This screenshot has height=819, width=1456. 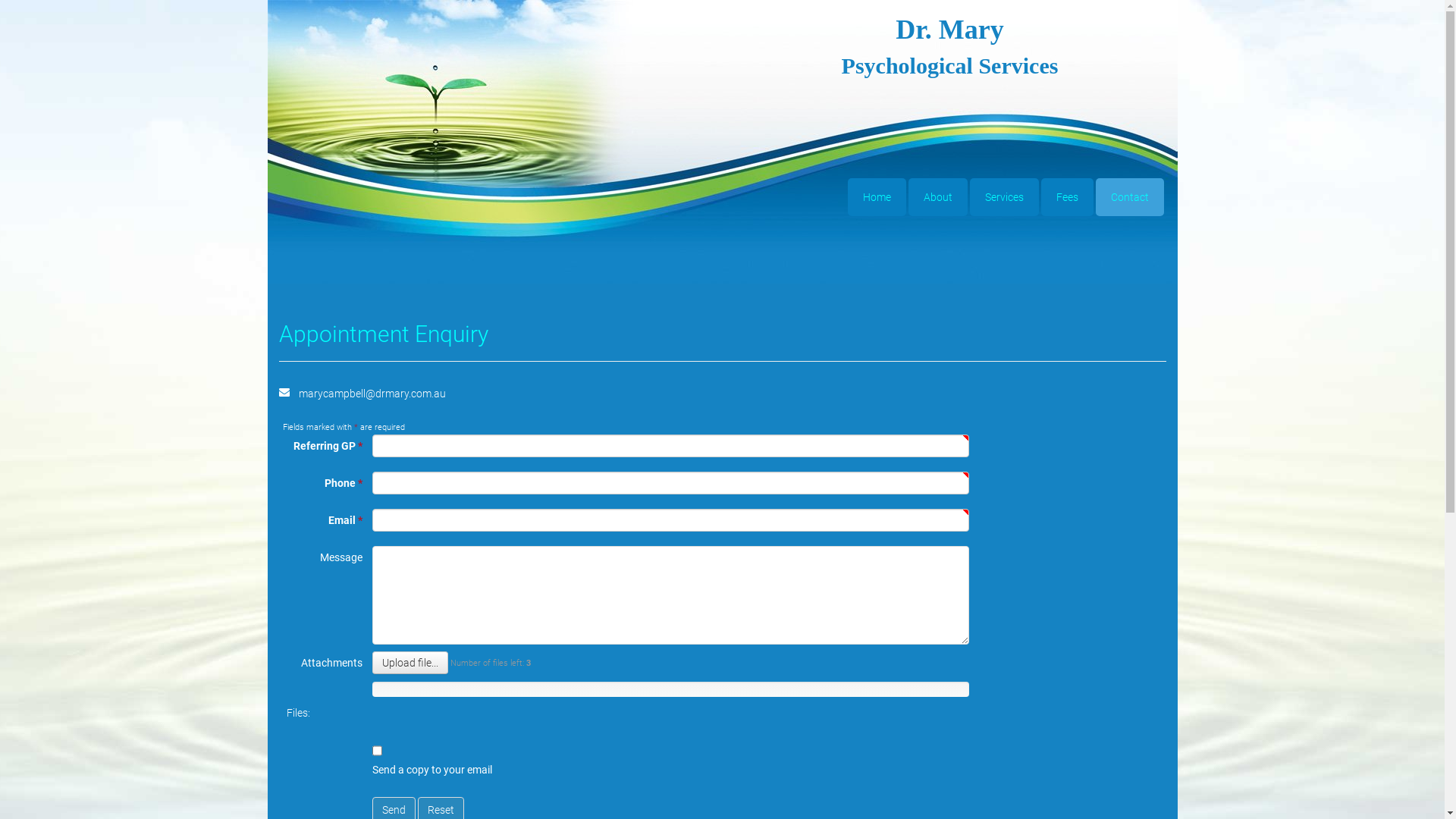 I want to click on 'Email', so click(x=284, y=391).